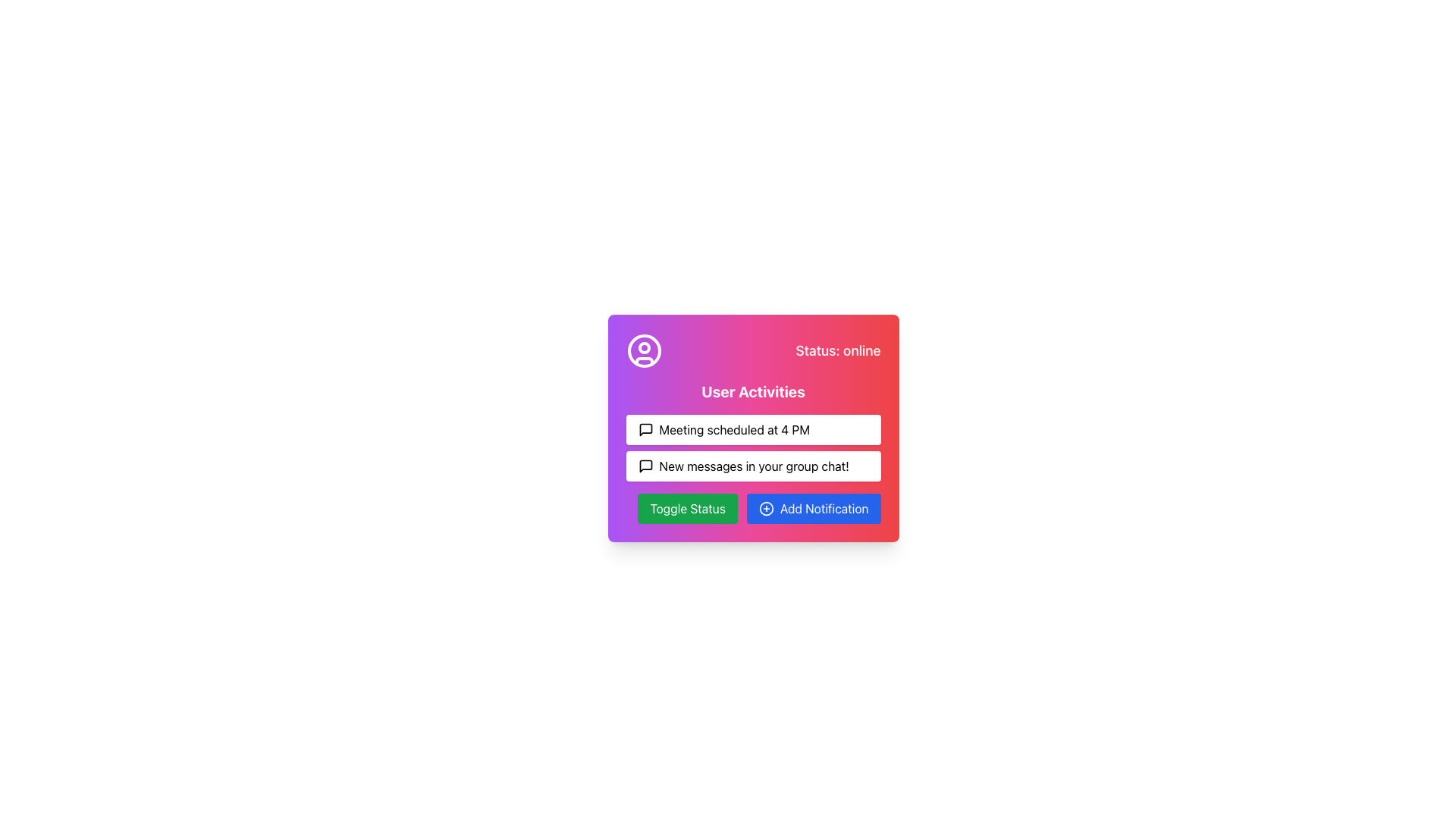 This screenshot has width=1456, height=819. Describe the element at coordinates (837, 350) in the screenshot. I see `the text label displaying 'Status: online', which is styled with a medium-sized font and located at the top-right corner of the card, adjacent to a user icon` at that location.